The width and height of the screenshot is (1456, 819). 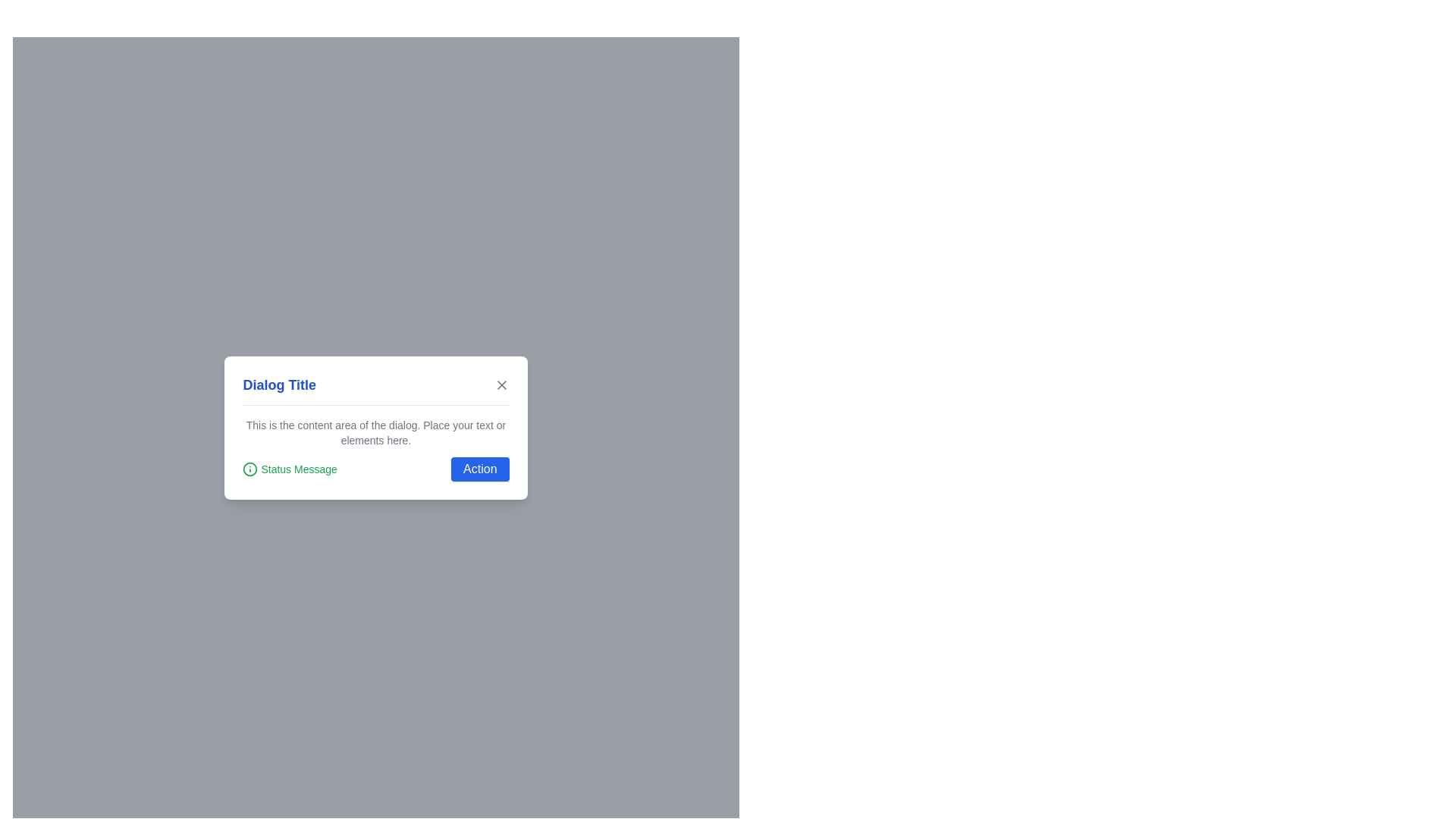 What do you see at coordinates (250, 468) in the screenshot?
I see `the icon located on the left side of the 'Status Message' text, which serves as a graphical indicator` at bounding box center [250, 468].